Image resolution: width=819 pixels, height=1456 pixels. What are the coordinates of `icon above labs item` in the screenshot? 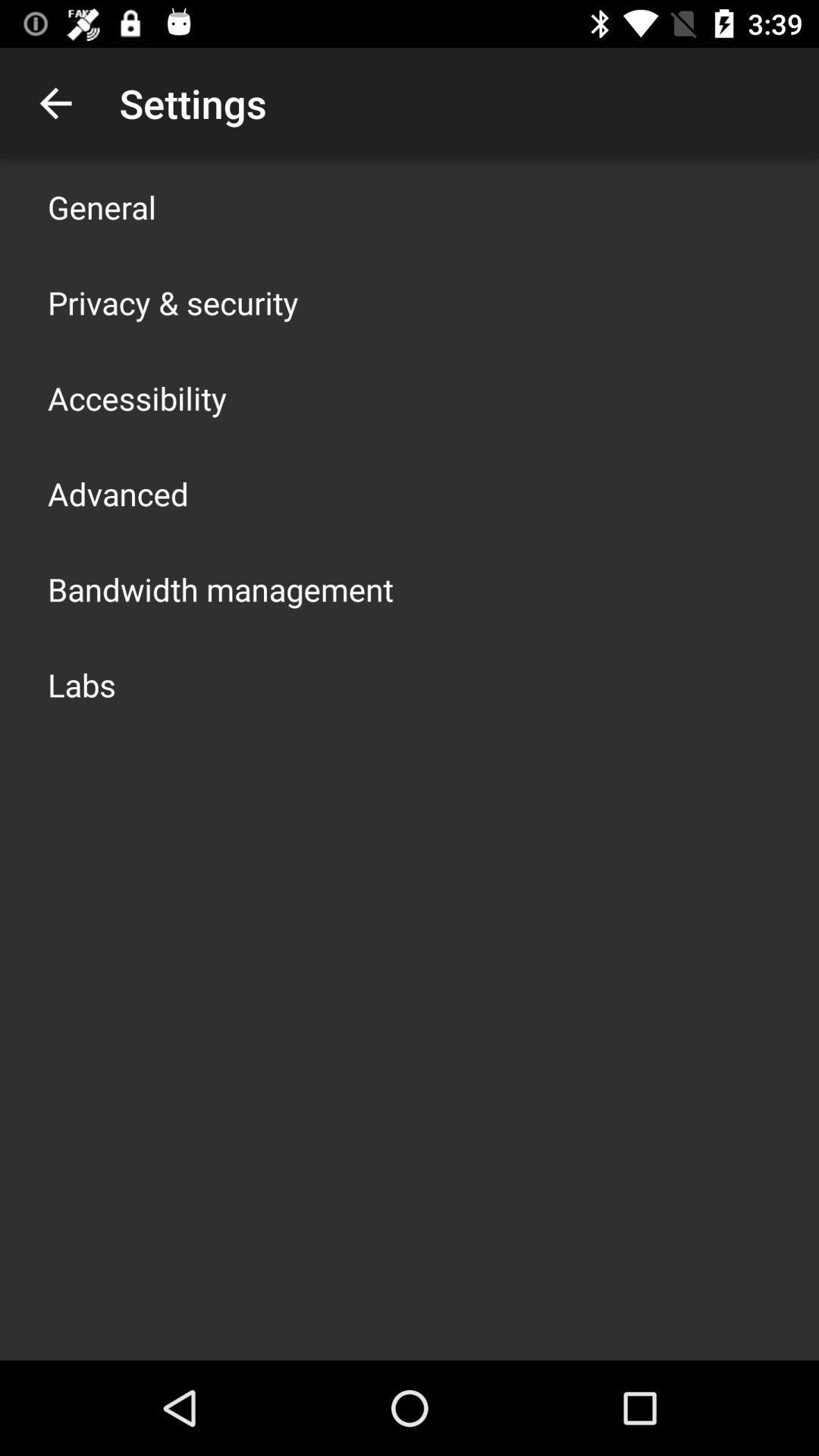 It's located at (220, 588).